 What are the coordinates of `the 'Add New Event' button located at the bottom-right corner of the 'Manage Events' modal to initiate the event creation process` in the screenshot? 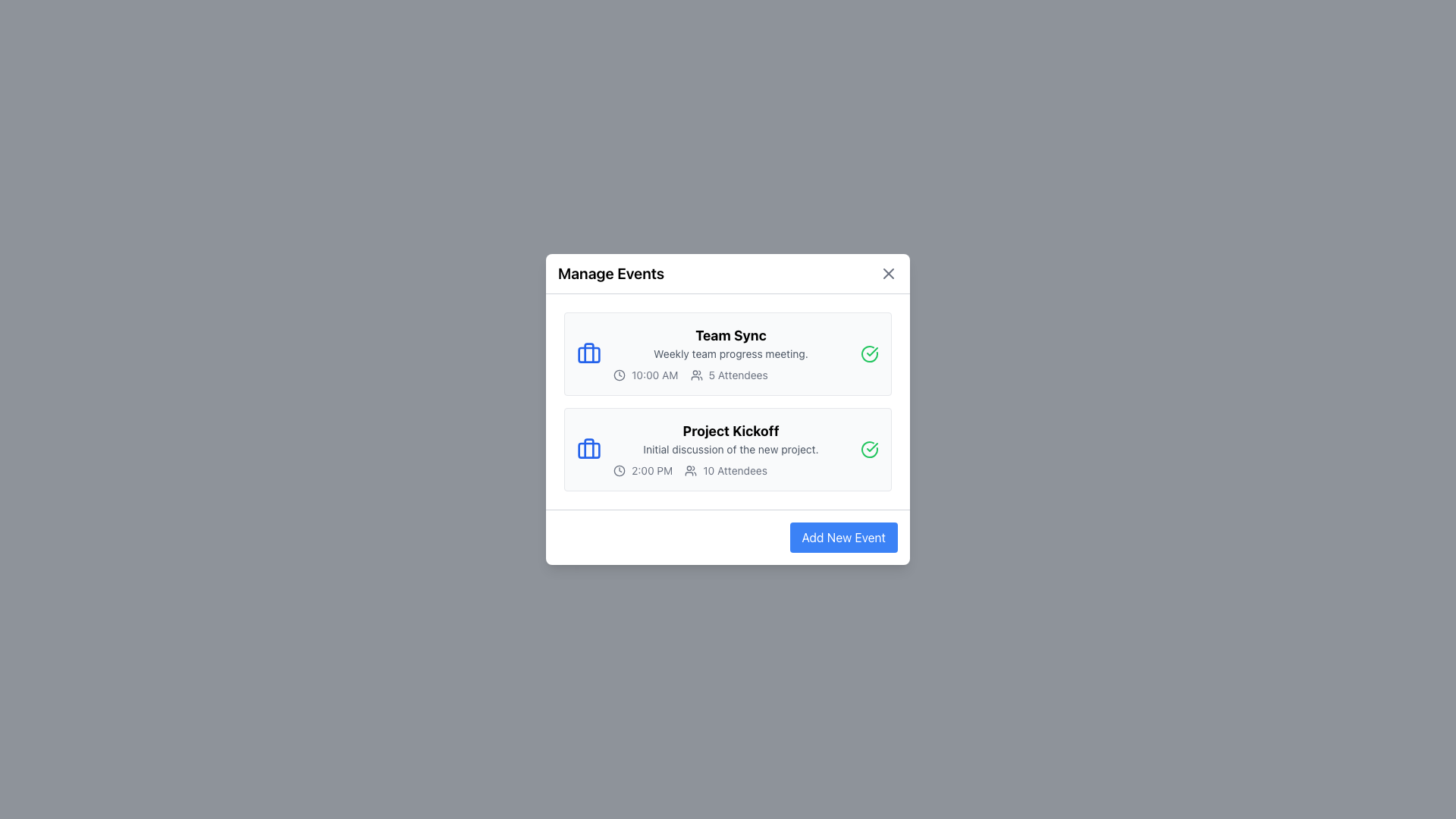 It's located at (843, 537).